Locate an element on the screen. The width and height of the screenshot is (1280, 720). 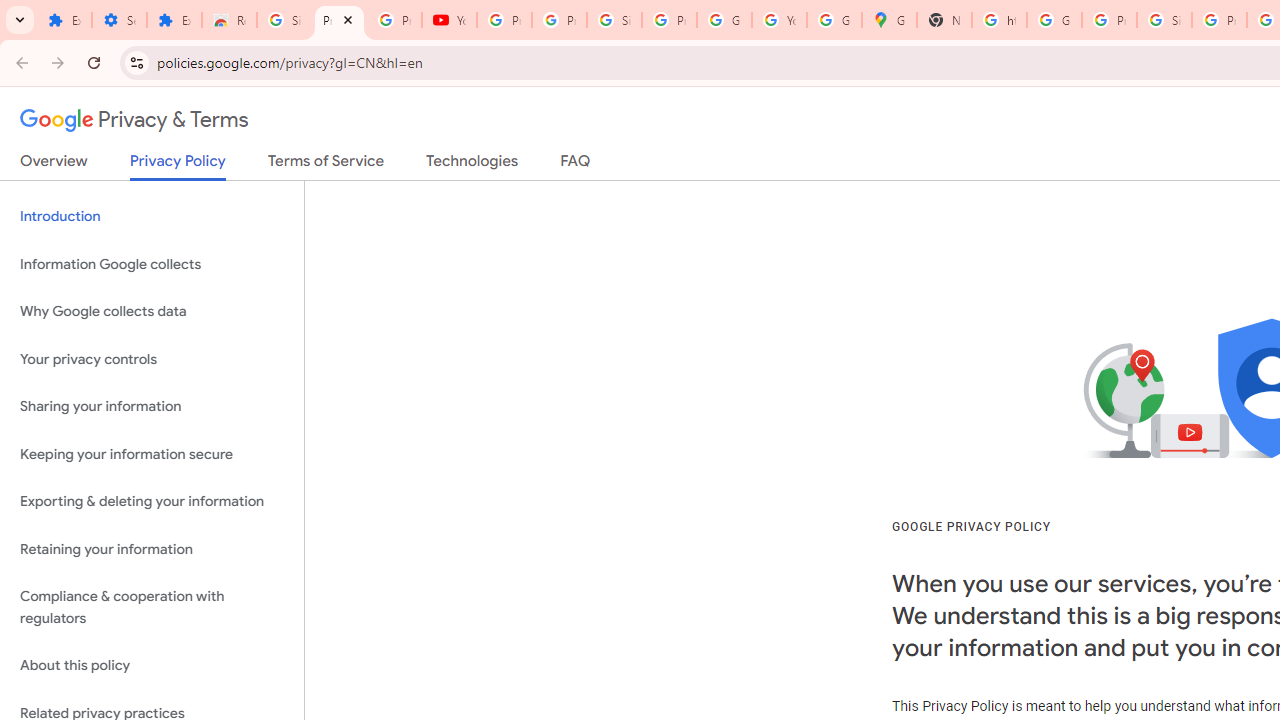
'Google Maps' is located at coordinates (887, 20).